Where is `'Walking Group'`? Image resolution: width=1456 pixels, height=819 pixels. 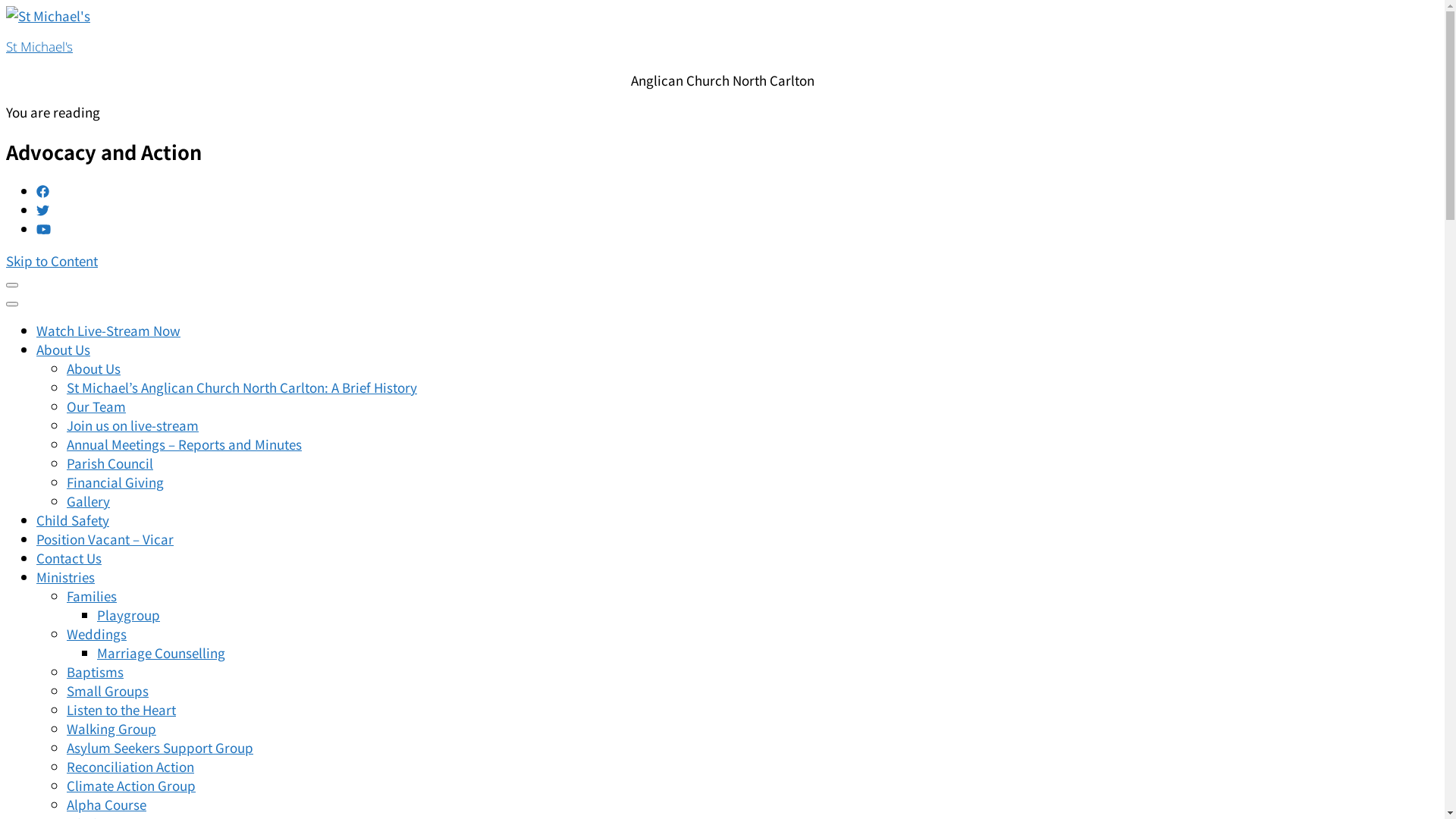
'Walking Group' is located at coordinates (111, 727).